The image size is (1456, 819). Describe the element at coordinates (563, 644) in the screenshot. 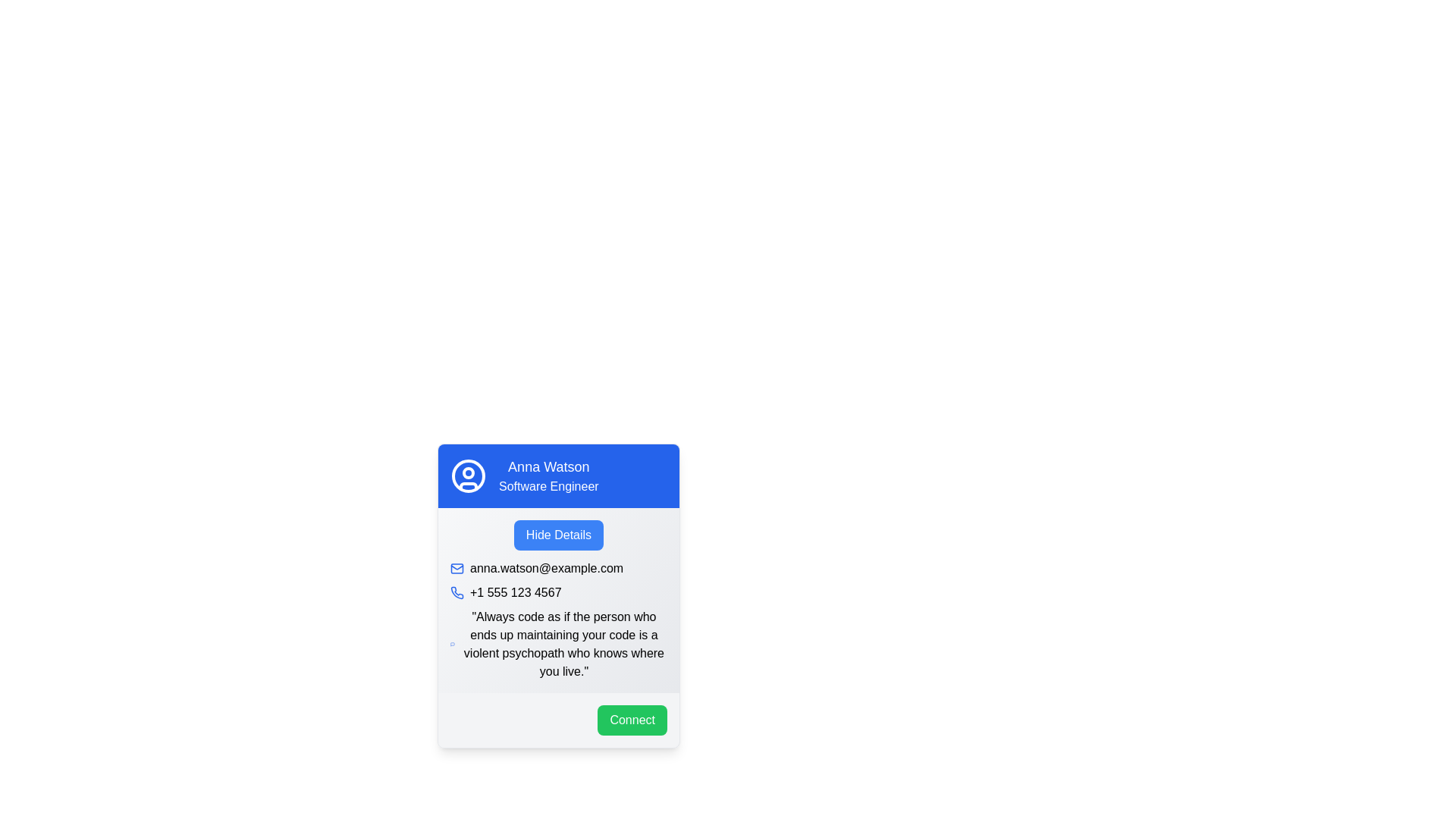

I see `text block displaying the quote: "Always code as if the person who ends up maintaining your code is a violent psychopath who knows where you live." located above the green 'Connect' button at the bottom of the card interface` at that location.